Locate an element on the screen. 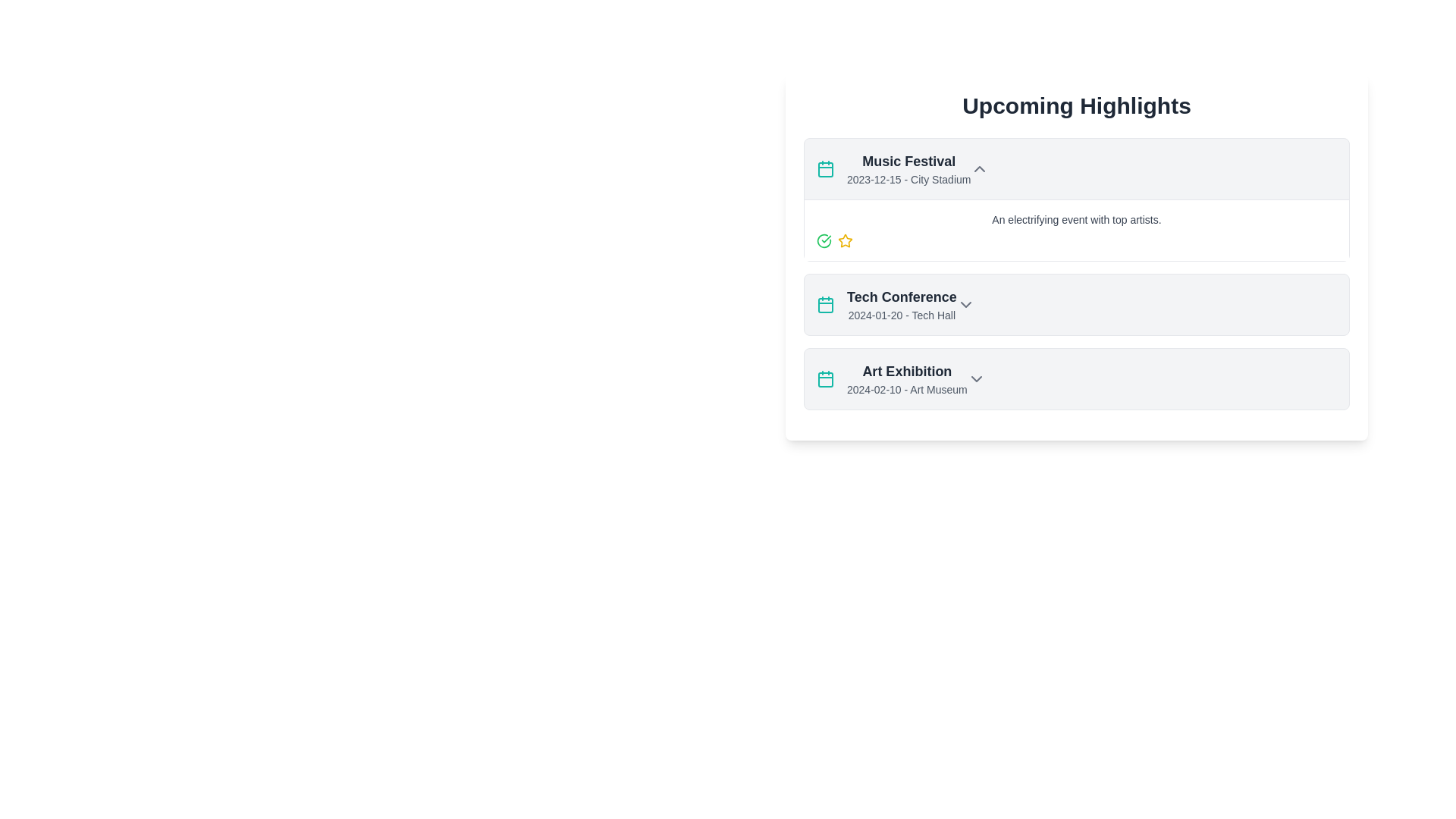 The image size is (1456, 819). the Informational List Item displaying 'Tech Conference' with a calendar icon, located in the second row of the 'Upcoming Highlights' list is located at coordinates (886, 304).